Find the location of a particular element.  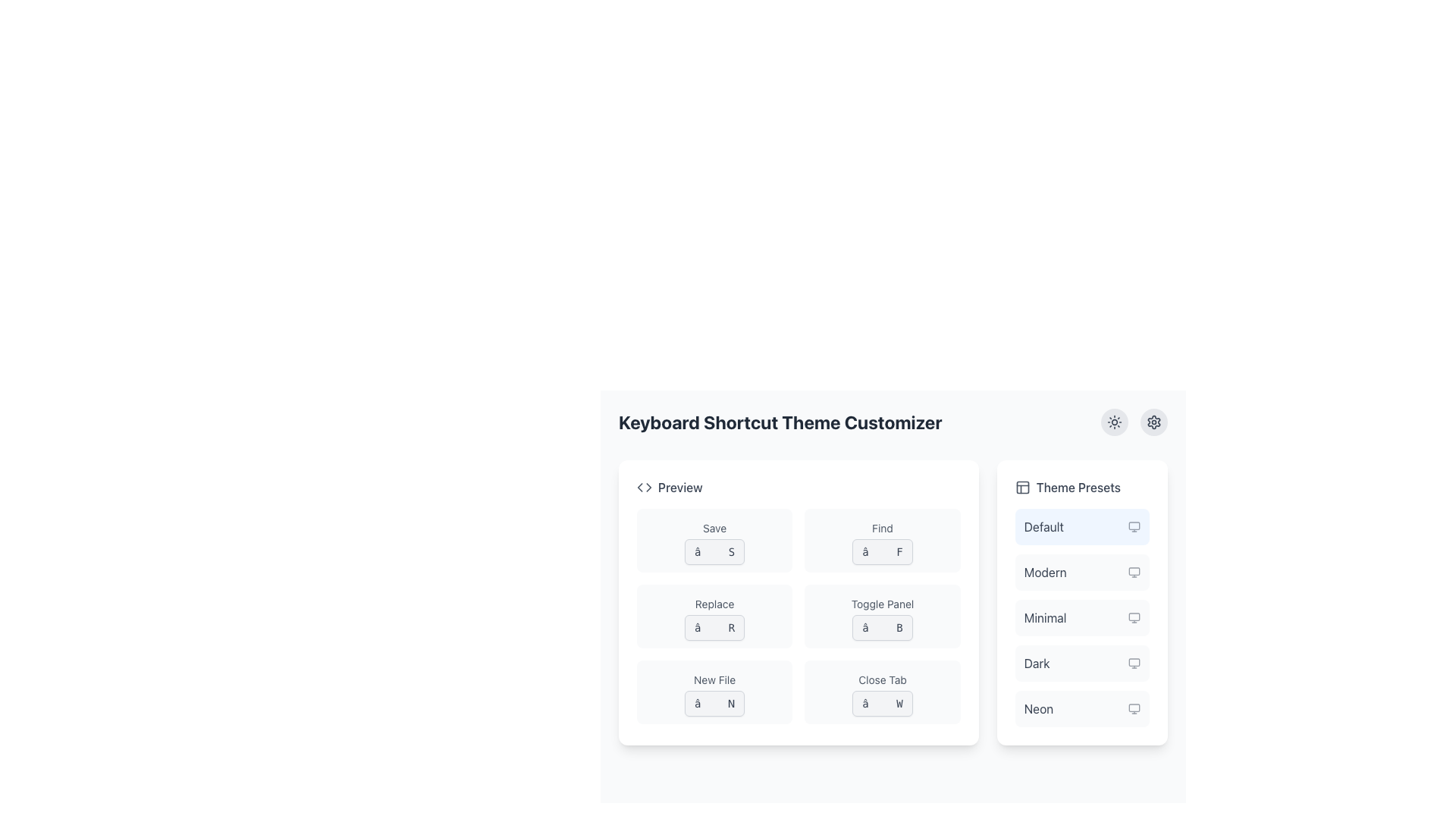

the selectable list item labeled 'Minimal' is located at coordinates (1081, 617).